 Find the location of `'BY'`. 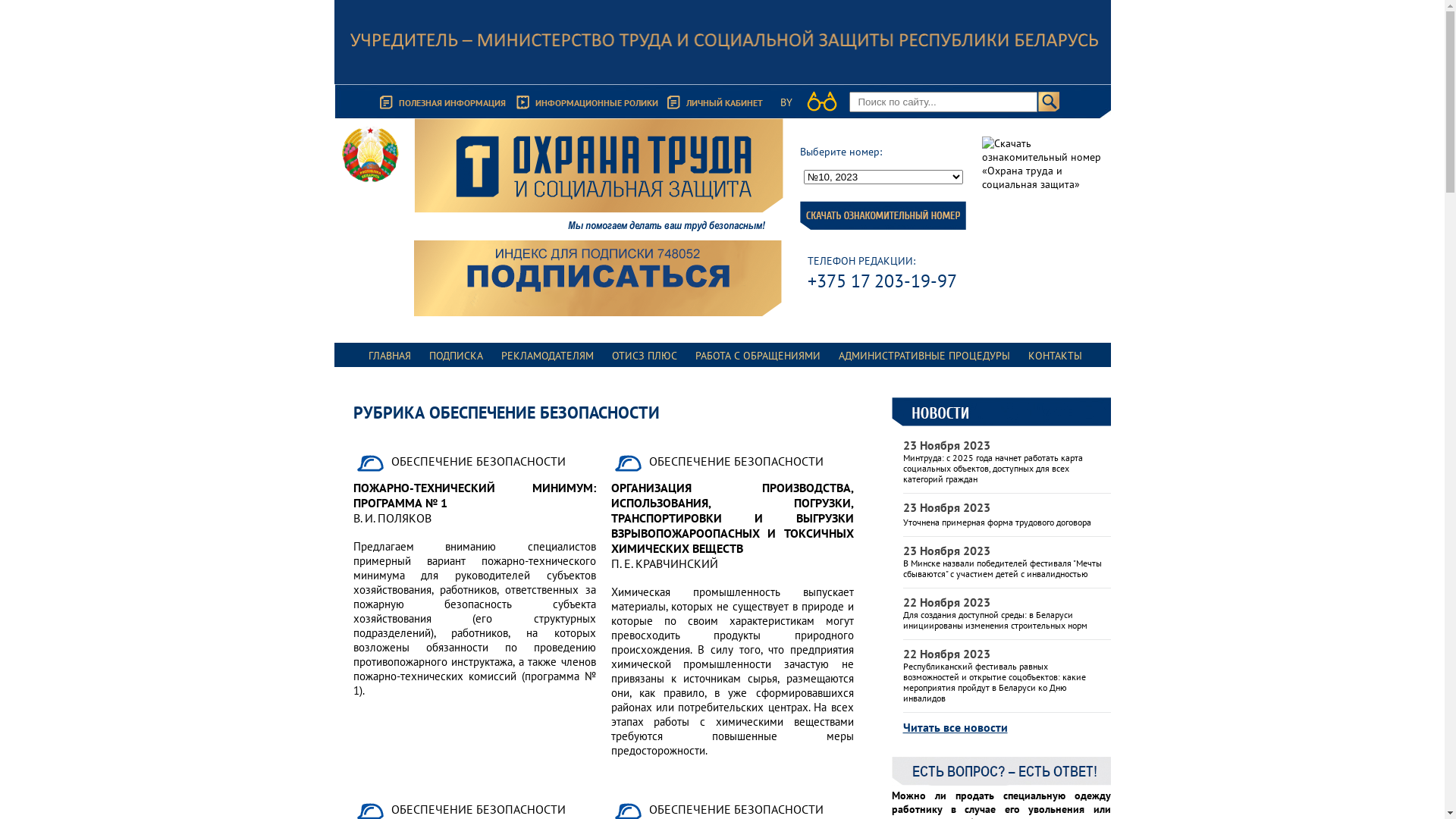

'BY' is located at coordinates (779, 102).